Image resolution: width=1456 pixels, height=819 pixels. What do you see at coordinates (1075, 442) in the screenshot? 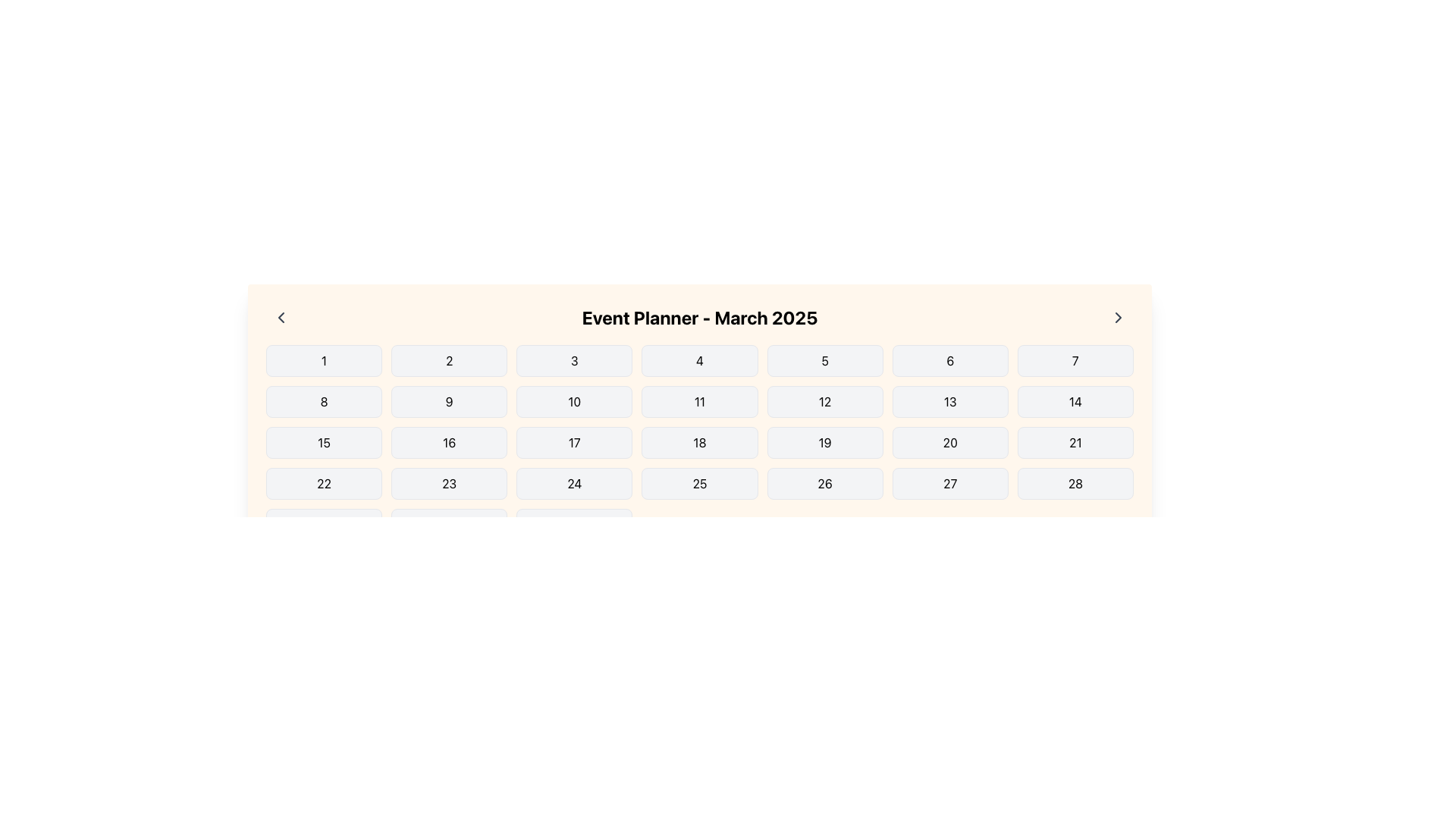
I see `the rectangular button with rounded corners labeled '21'` at bounding box center [1075, 442].